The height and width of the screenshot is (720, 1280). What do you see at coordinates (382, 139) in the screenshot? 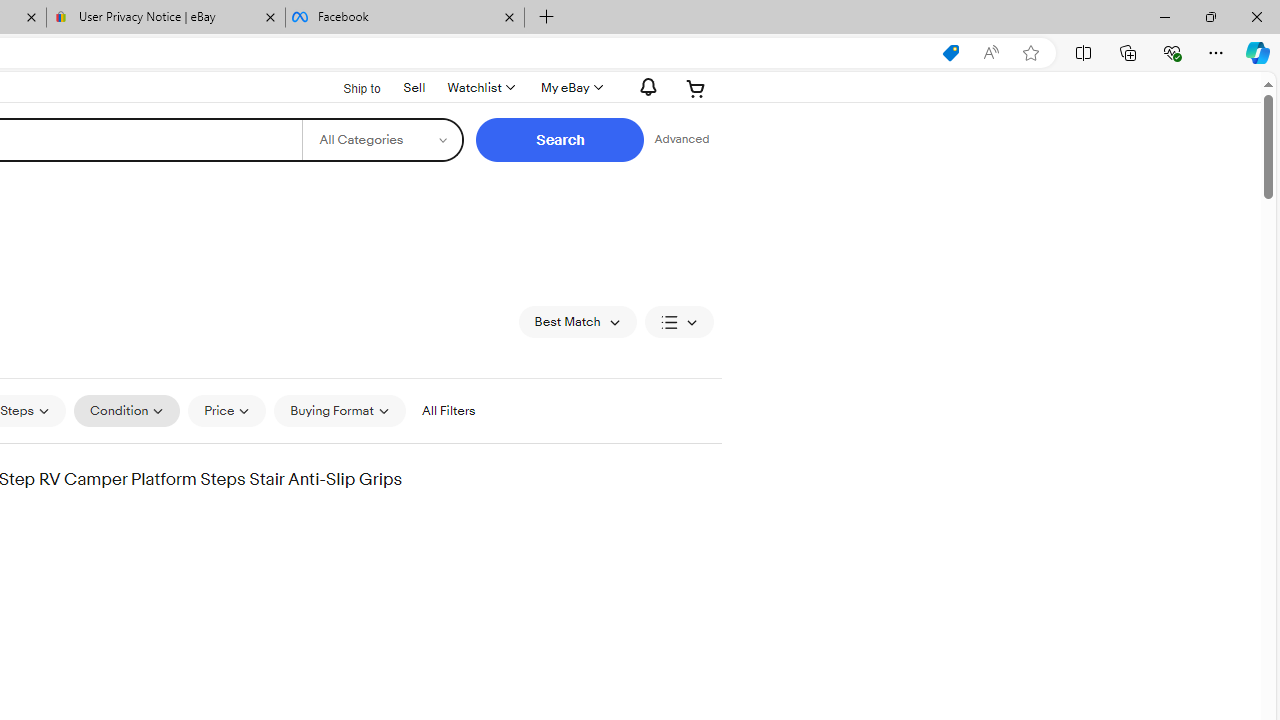
I see `'Select a category for search'` at bounding box center [382, 139].